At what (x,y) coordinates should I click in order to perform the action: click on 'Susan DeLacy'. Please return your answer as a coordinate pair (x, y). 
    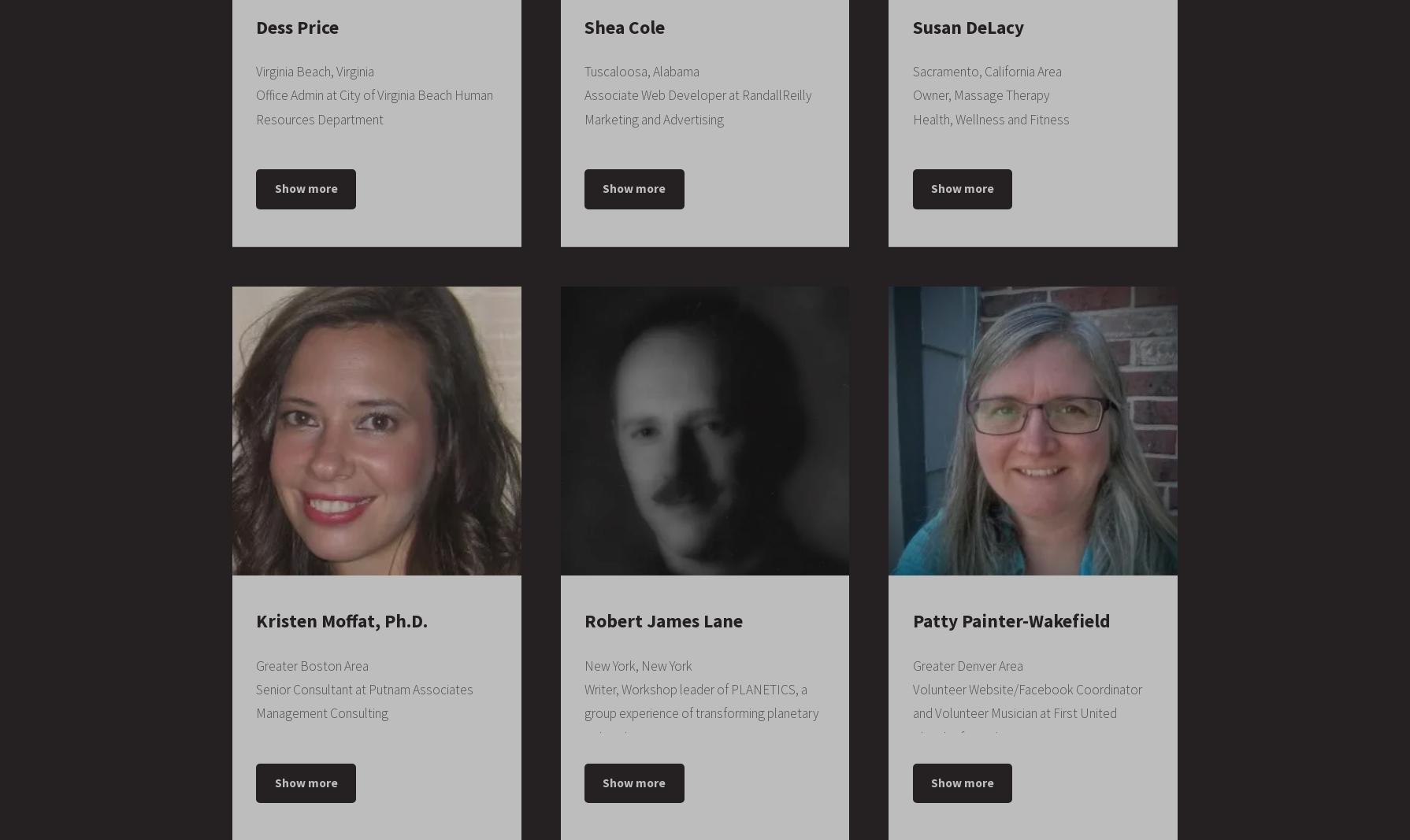
    Looking at the image, I should click on (911, 25).